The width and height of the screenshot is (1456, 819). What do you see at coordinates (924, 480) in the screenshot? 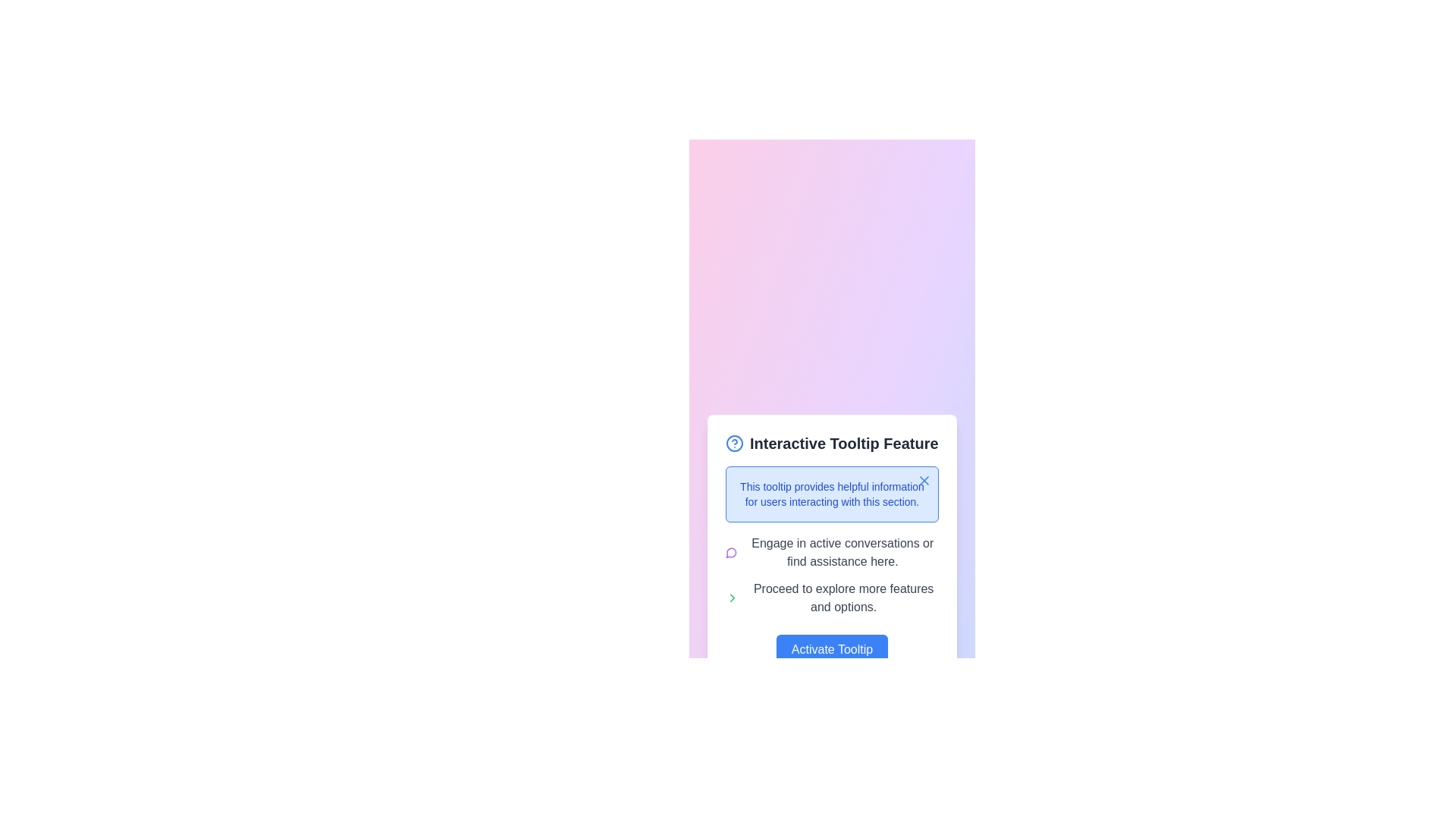
I see `the small blue 'X' icon in the upper-right corner of the tooltip box` at bounding box center [924, 480].